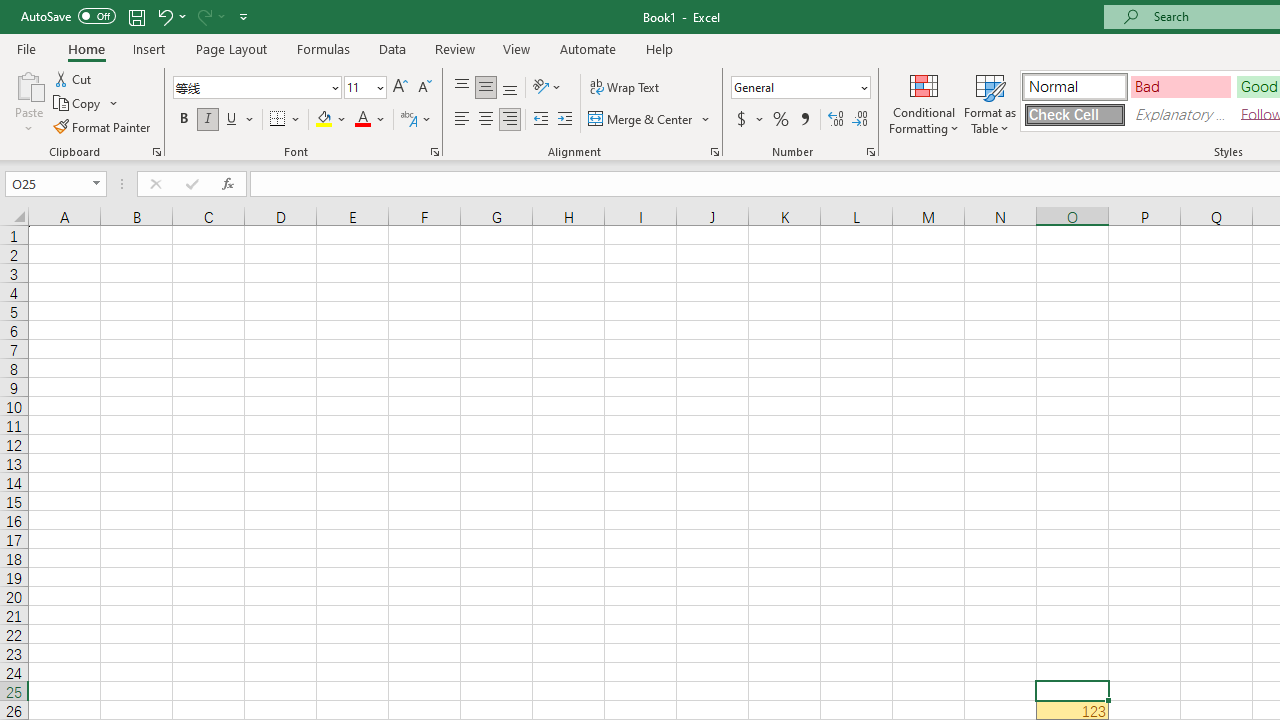  Describe the element at coordinates (74, 78) in the screenshot. I see `'Cut'` at that location.